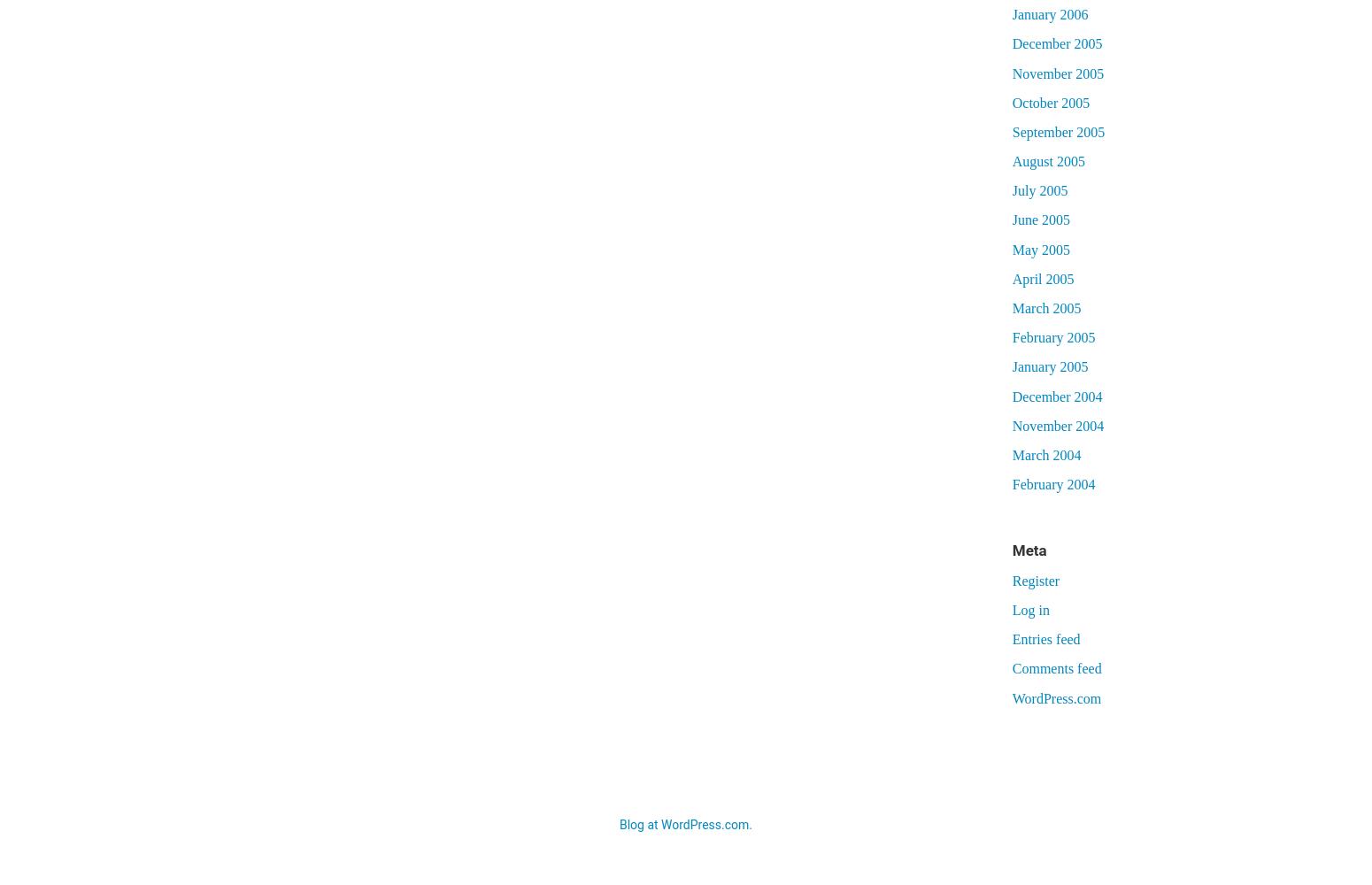 Image resolution: width=1372 pixels, height=885 pixels. Describe the element at coordinates (1039, 189) in the screenshot. I see `'July 2005'` at that location.